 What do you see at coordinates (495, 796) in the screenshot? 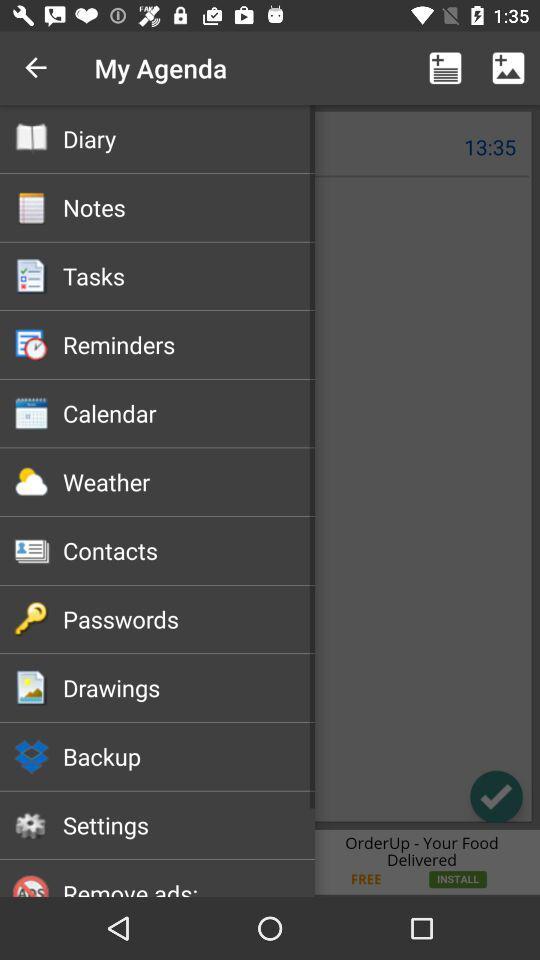
I see `the check icon` at bounding box center [495, 796].